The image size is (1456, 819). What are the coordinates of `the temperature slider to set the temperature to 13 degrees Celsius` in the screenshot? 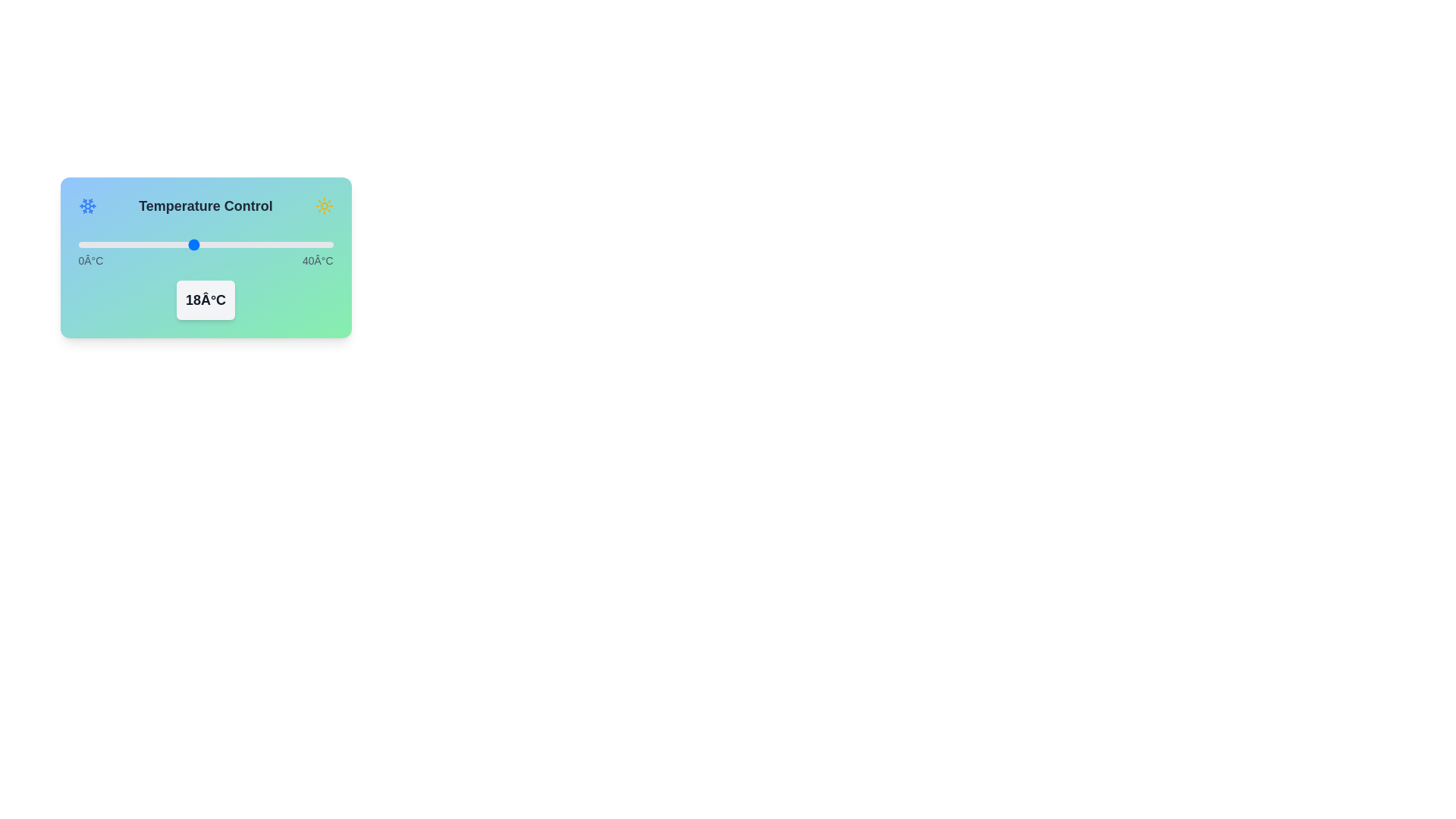 It's located at (161, 244).